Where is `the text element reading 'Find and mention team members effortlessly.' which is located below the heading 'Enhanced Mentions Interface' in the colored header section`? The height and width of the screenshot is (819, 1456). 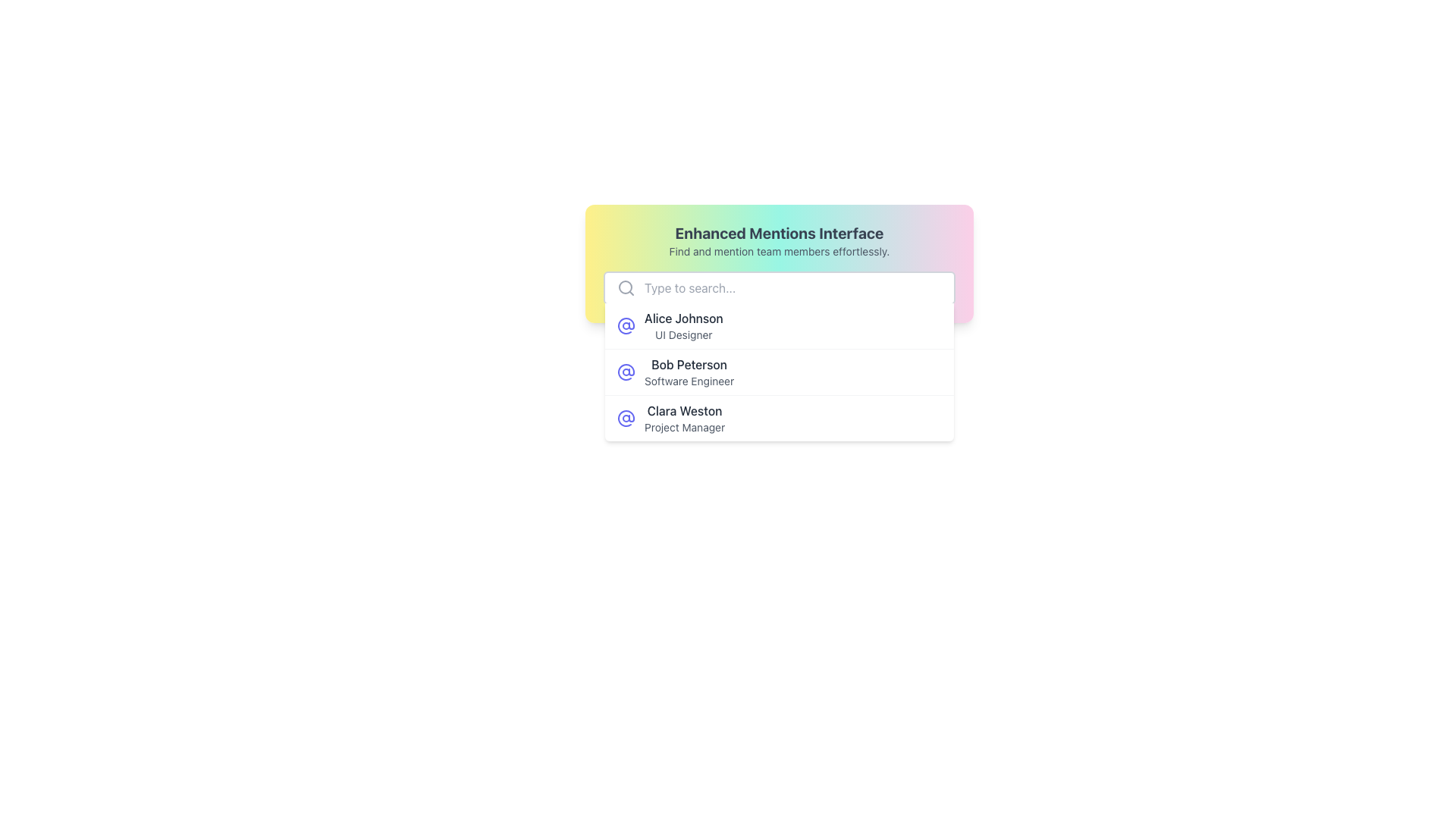
the text element reading 'Find and mention team members effortlessly.' which is located below the heading 'Enhanced Mentions Interface' in the colored header section is located at coordinates (779, 250).